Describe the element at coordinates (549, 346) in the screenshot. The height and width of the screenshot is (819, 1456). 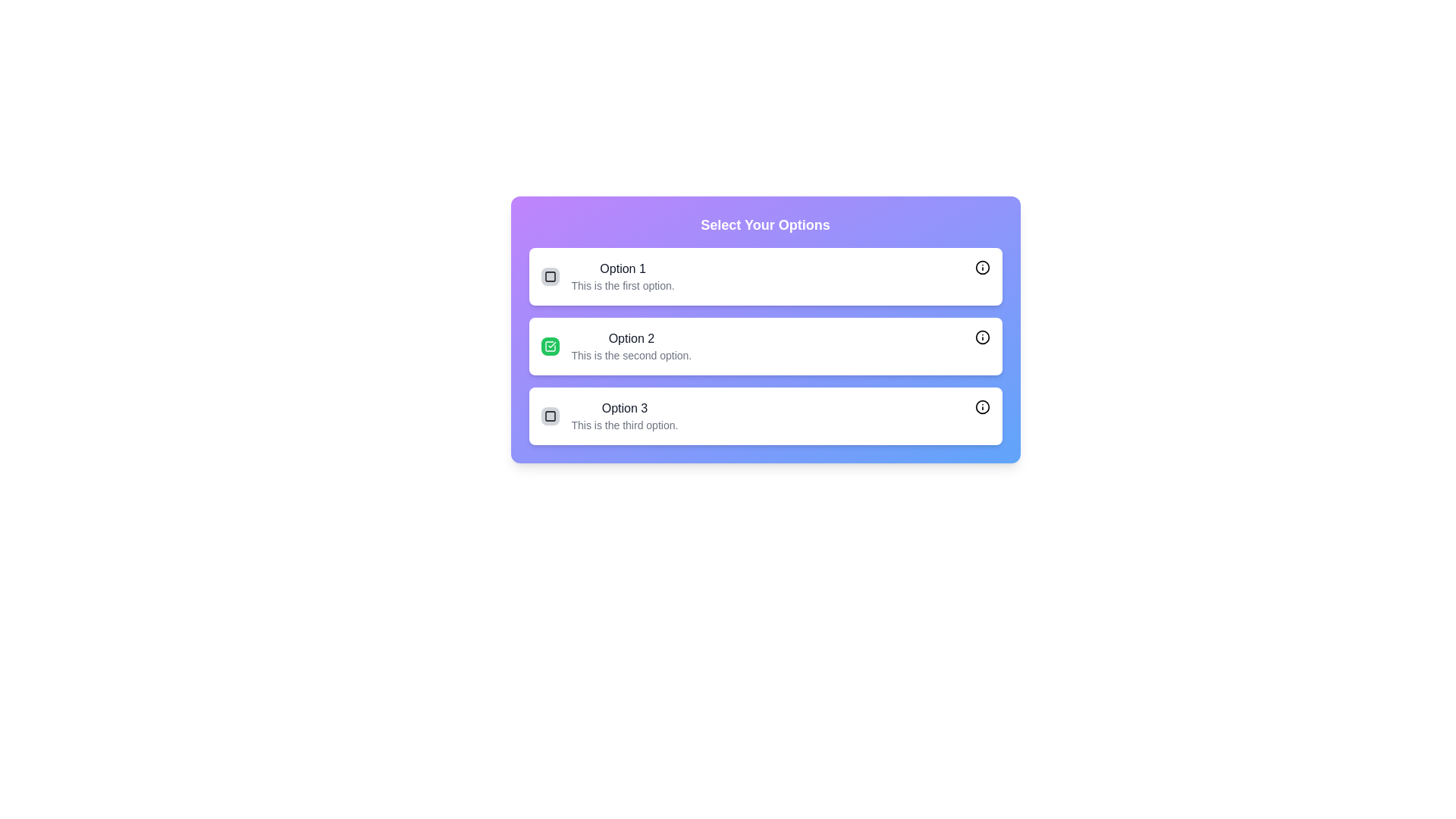
I see `the green square icon with a checkmark that indicates the completed option for 'Option 2', which is located to the left of the text label` at that location.